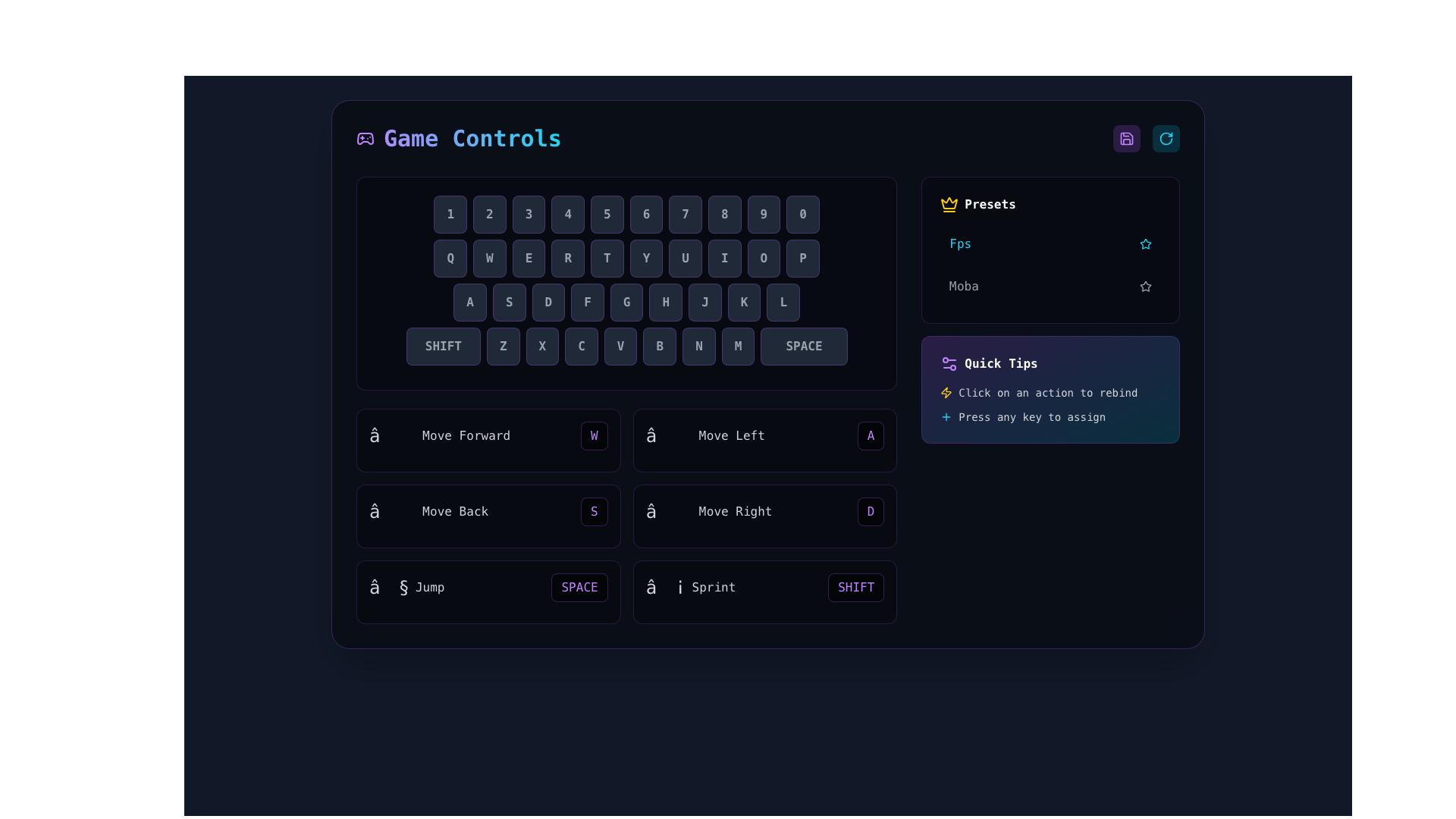 Image resolution: width=1456 pixels, height=819 pixels. Describe the element at coordinates (646, 257) in the screenshot. I see `the 6th button from the left in the row of 'QWERTYUIOP' on the virtual keyboard layout` at that location.